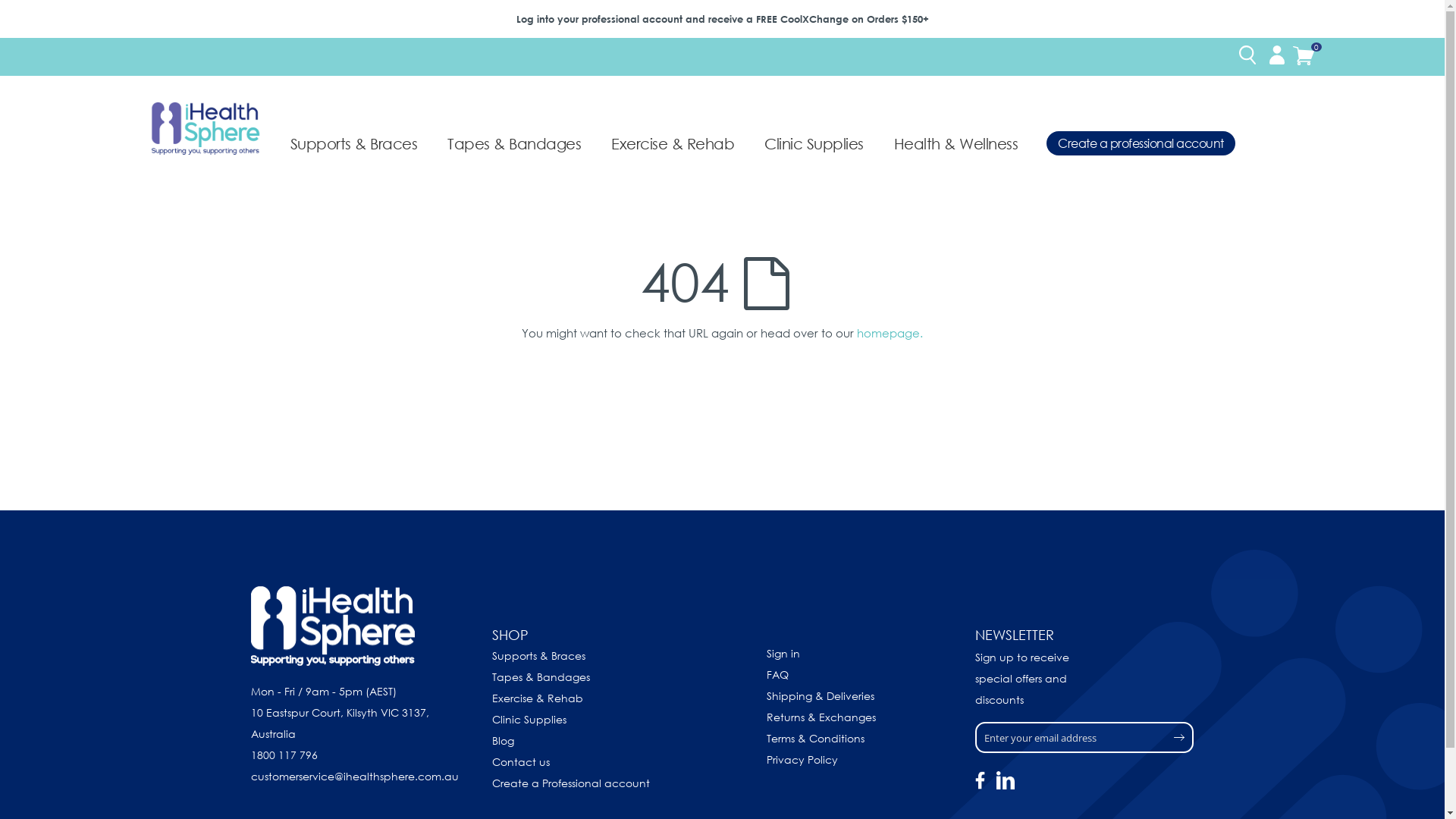 This screenshot has height=819, width=1456. I want to click on 'Clinic Supplies', so click(529, 718).